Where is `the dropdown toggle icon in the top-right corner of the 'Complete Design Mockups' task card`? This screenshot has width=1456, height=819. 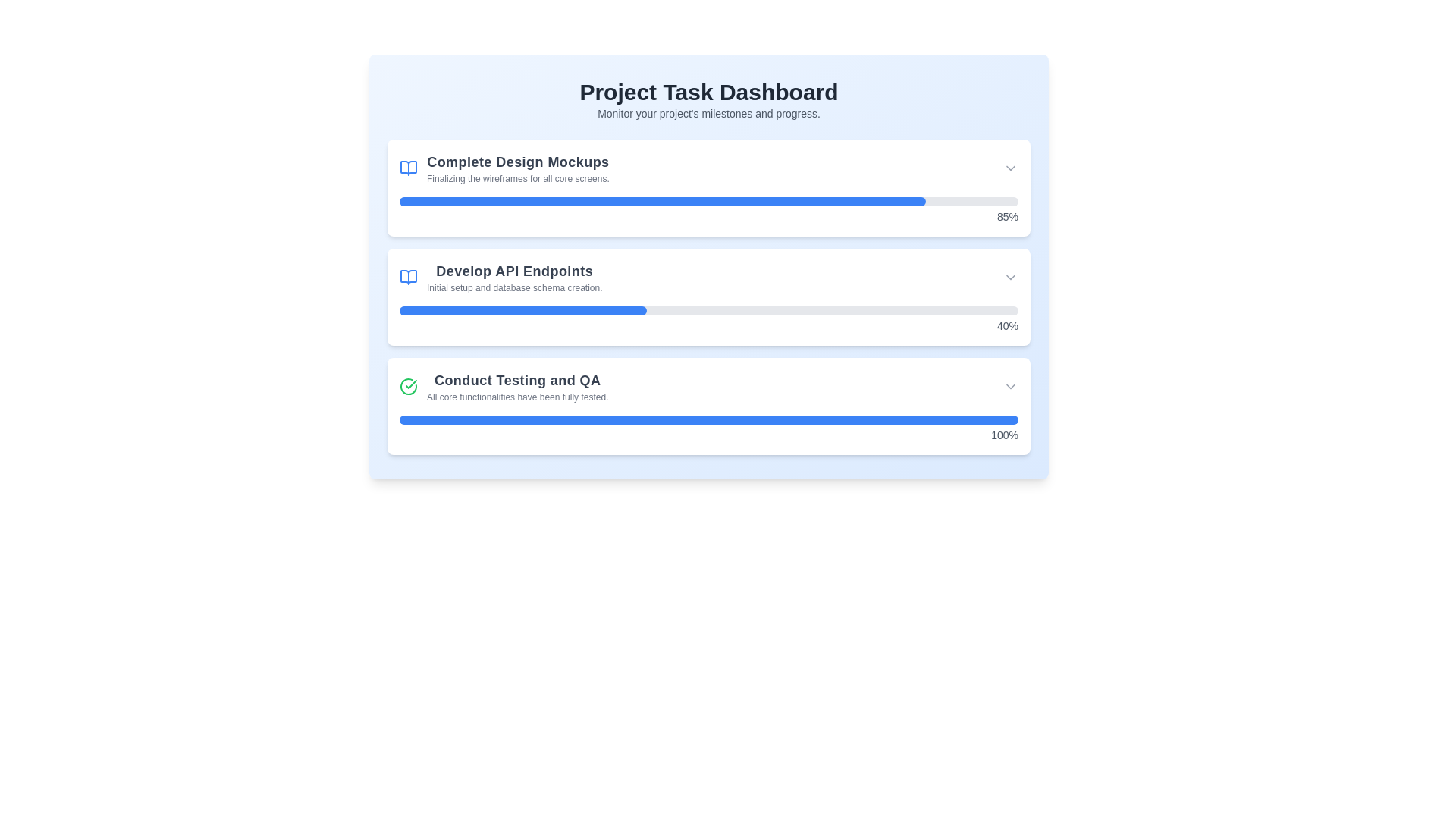
the dropdown toggle icon in the top-right corner of the 'Complete Design Mockups' task card is located at coordinates (1011, 168).